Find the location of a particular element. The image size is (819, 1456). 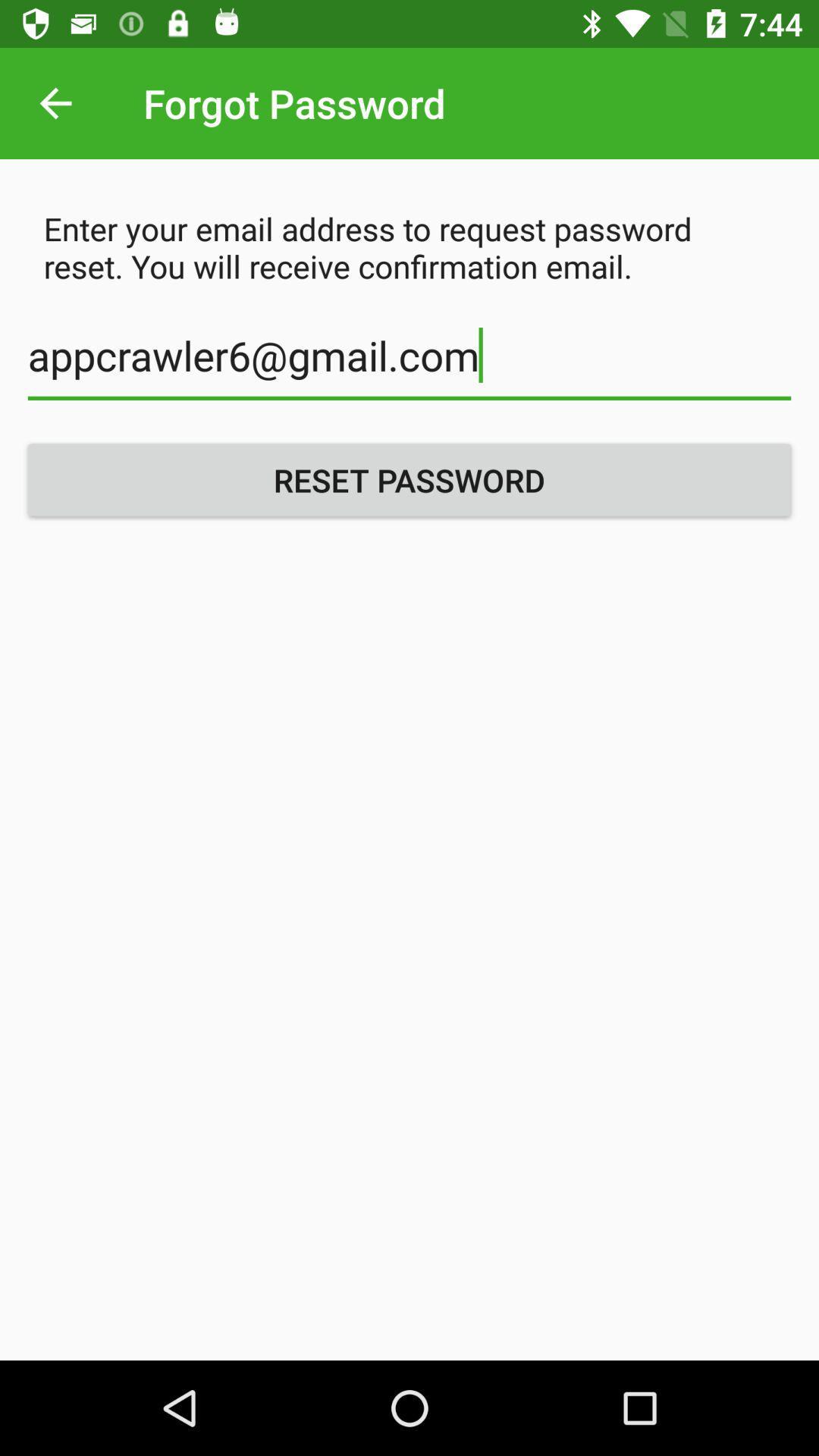

the item above the enter your email item is located at coordinates (55, 102).